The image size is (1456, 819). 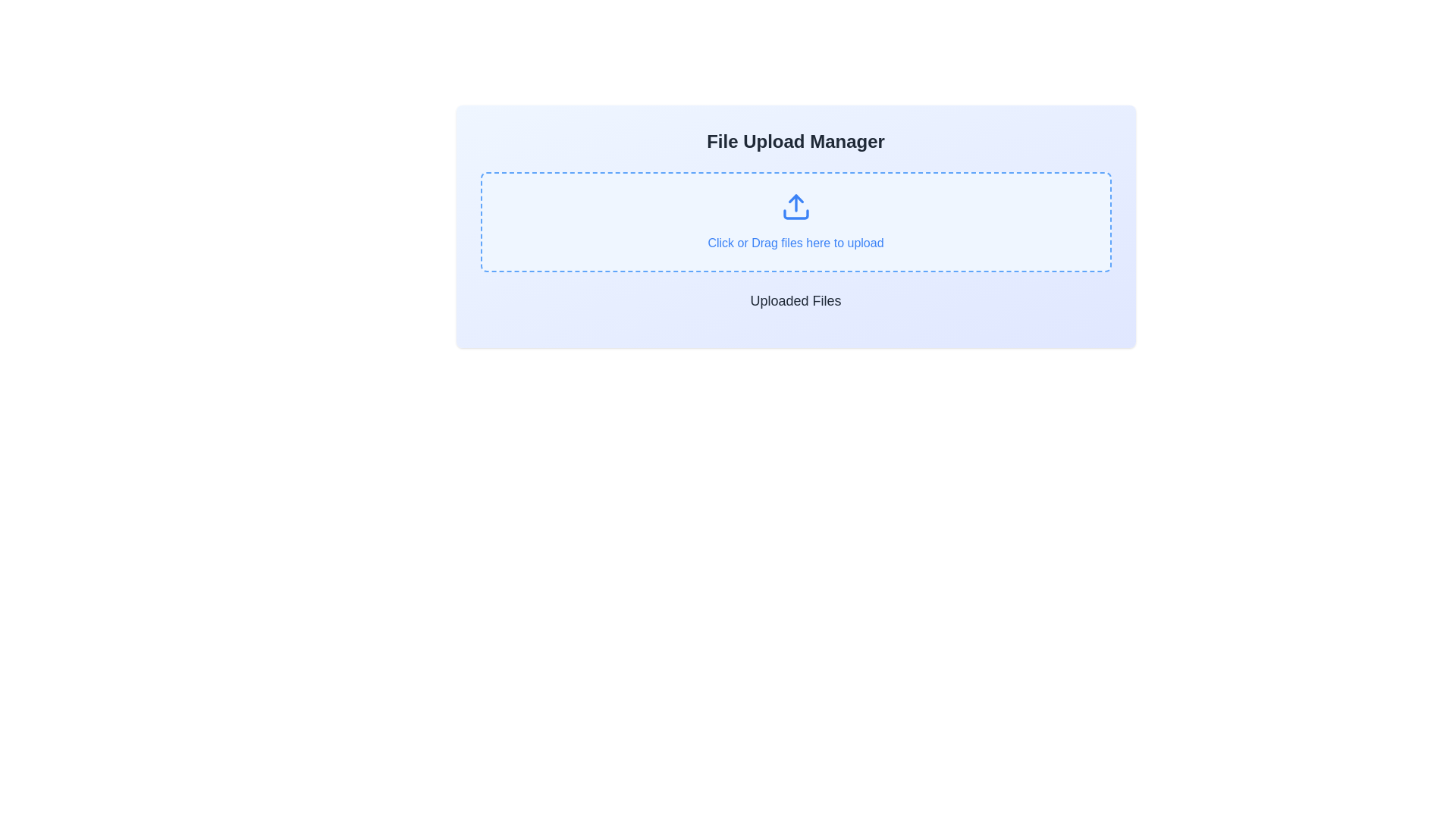 I want to click on the graphical icon segment that forms the base of the upload icon within the file uploading interface, so click(x=795, y=214).